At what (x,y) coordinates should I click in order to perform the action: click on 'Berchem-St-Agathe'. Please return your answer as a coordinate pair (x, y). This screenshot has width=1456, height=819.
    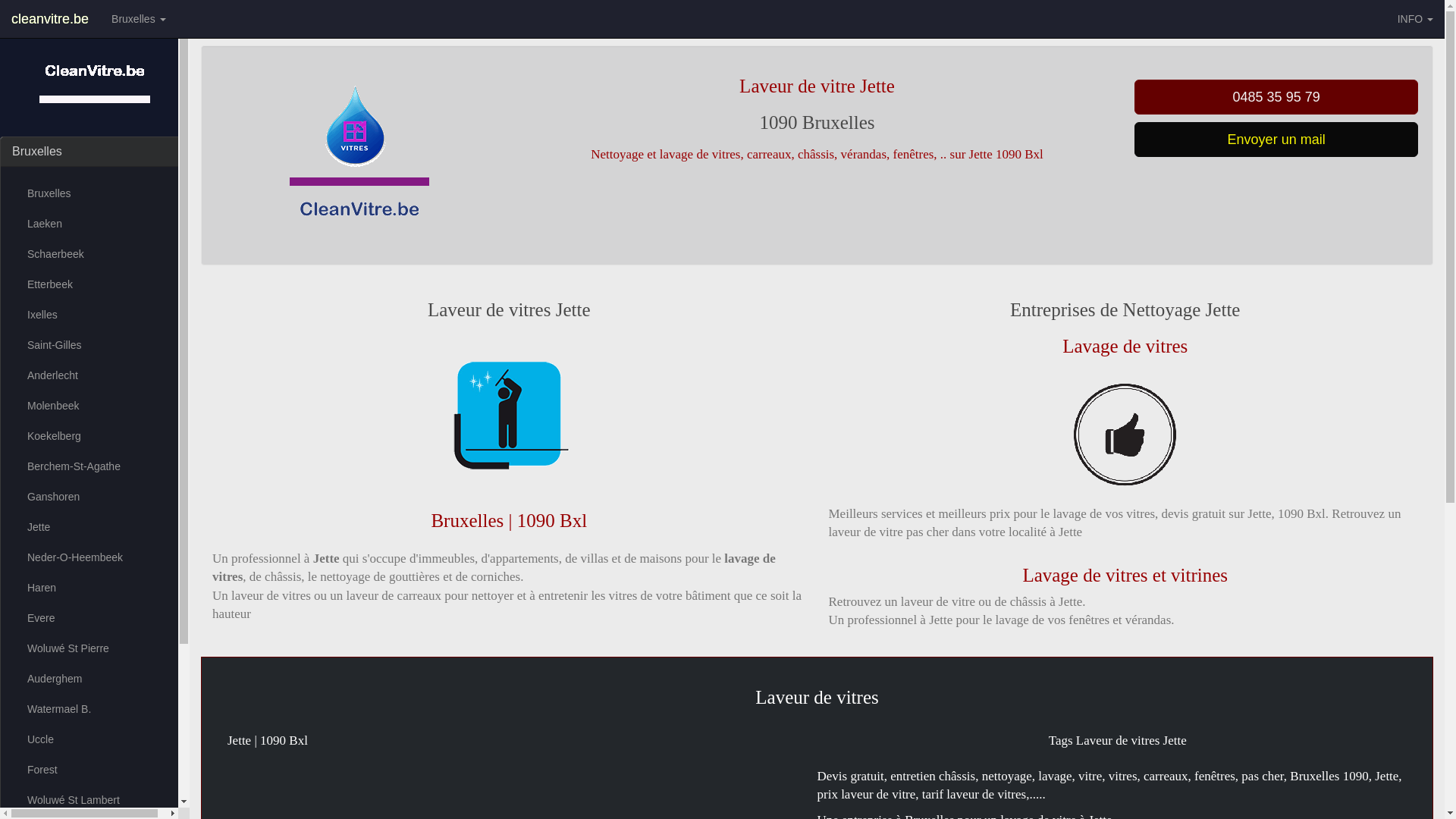
    Looking at the image, I should click on (93, 465).